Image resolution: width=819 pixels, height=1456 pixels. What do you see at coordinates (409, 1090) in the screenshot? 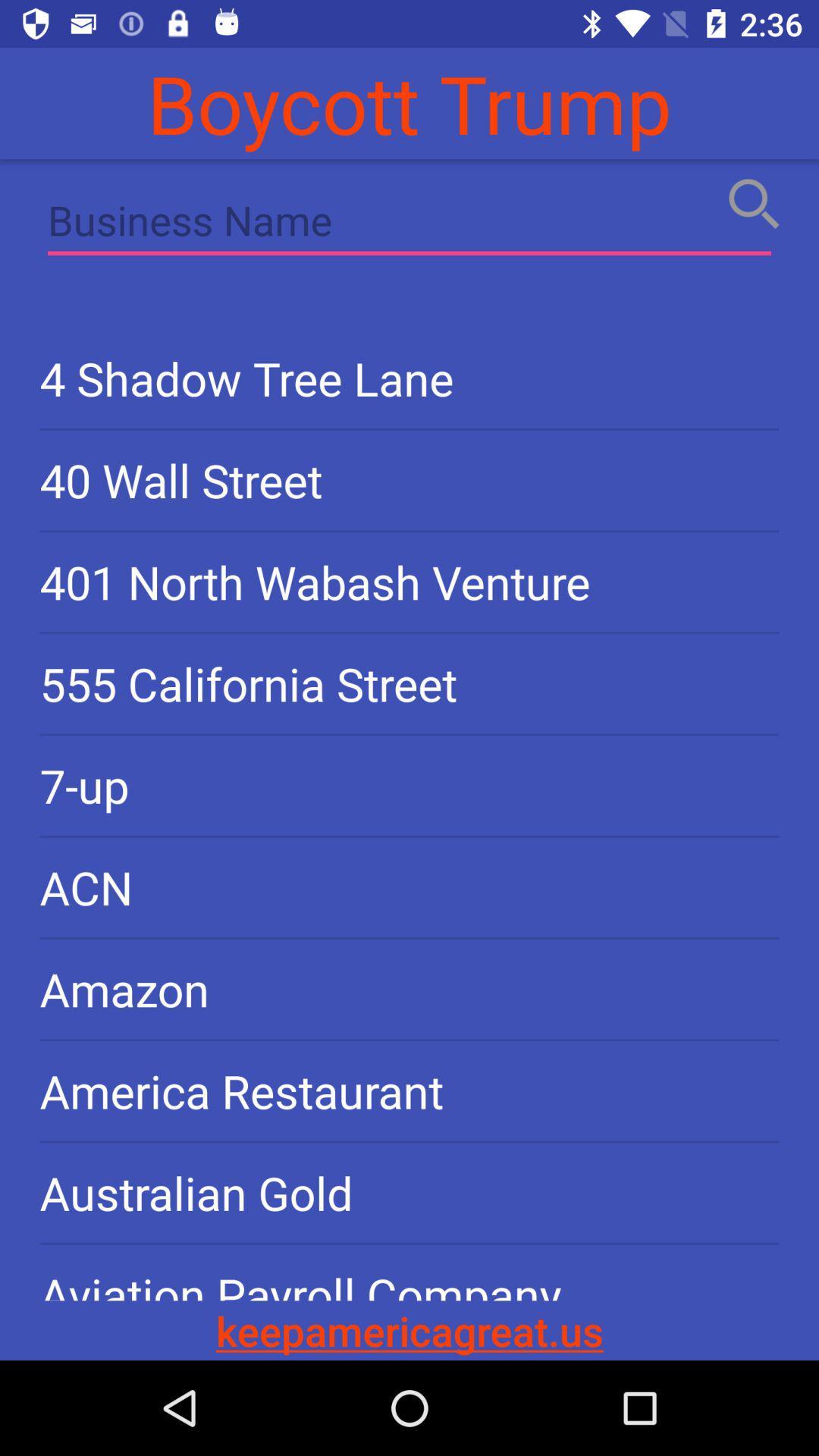
I see `the america restaurant` at bounding box center [409, 1090].